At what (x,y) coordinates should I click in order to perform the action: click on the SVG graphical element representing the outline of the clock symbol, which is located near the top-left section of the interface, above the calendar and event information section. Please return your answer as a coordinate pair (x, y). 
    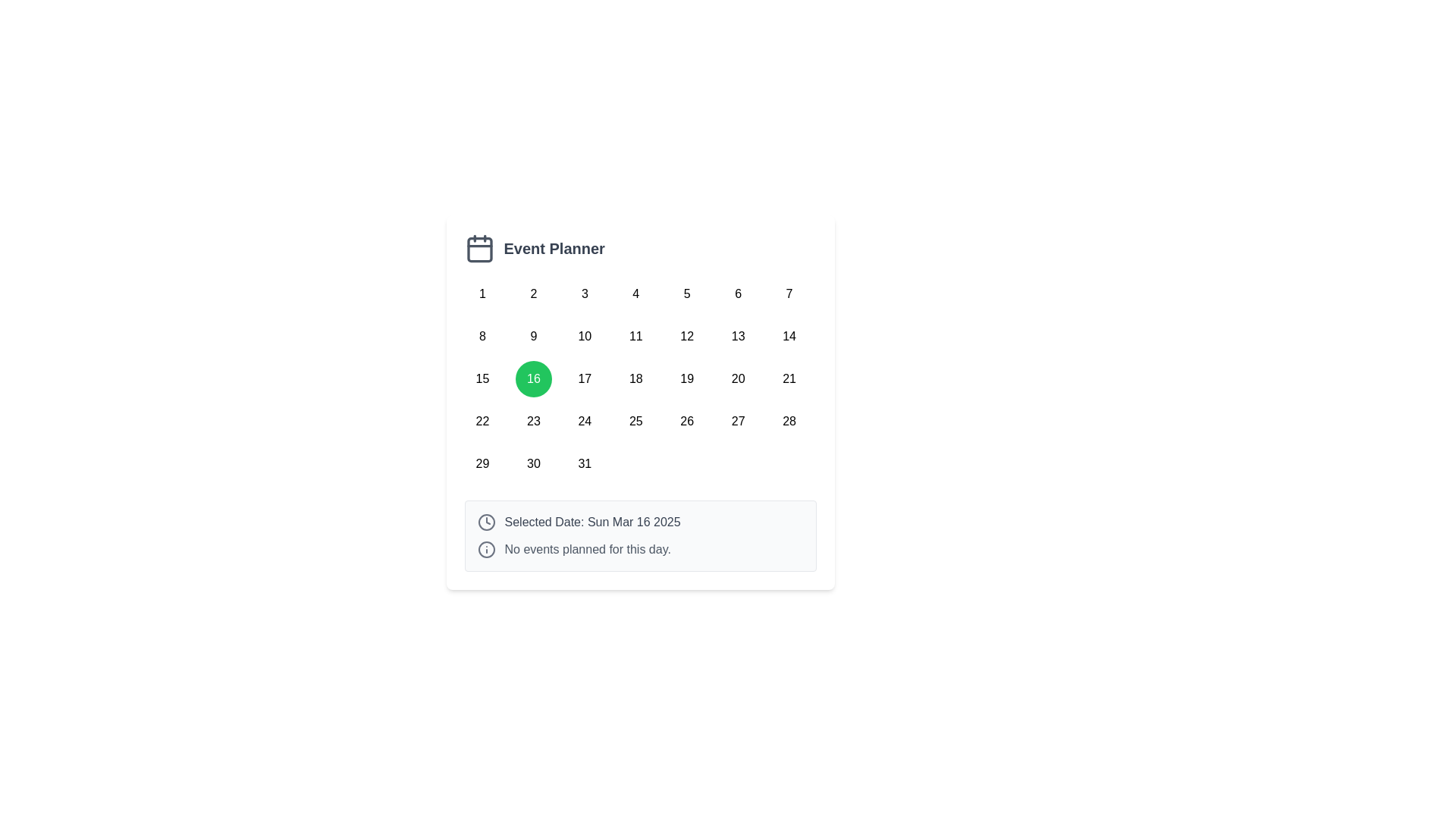
    Looking at the image, I should click on (486, 522).